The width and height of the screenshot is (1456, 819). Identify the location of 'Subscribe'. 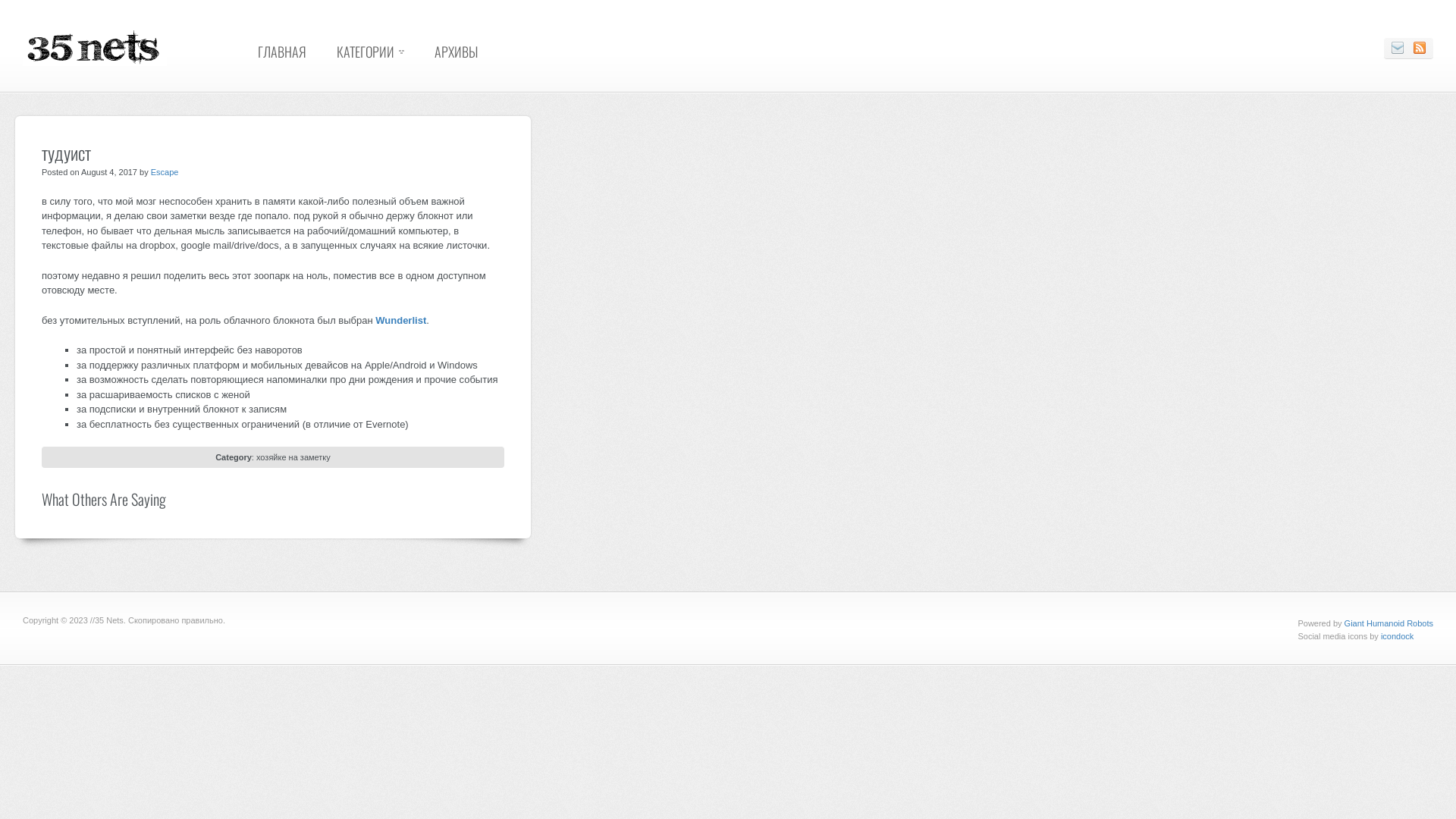
(1419, 47).